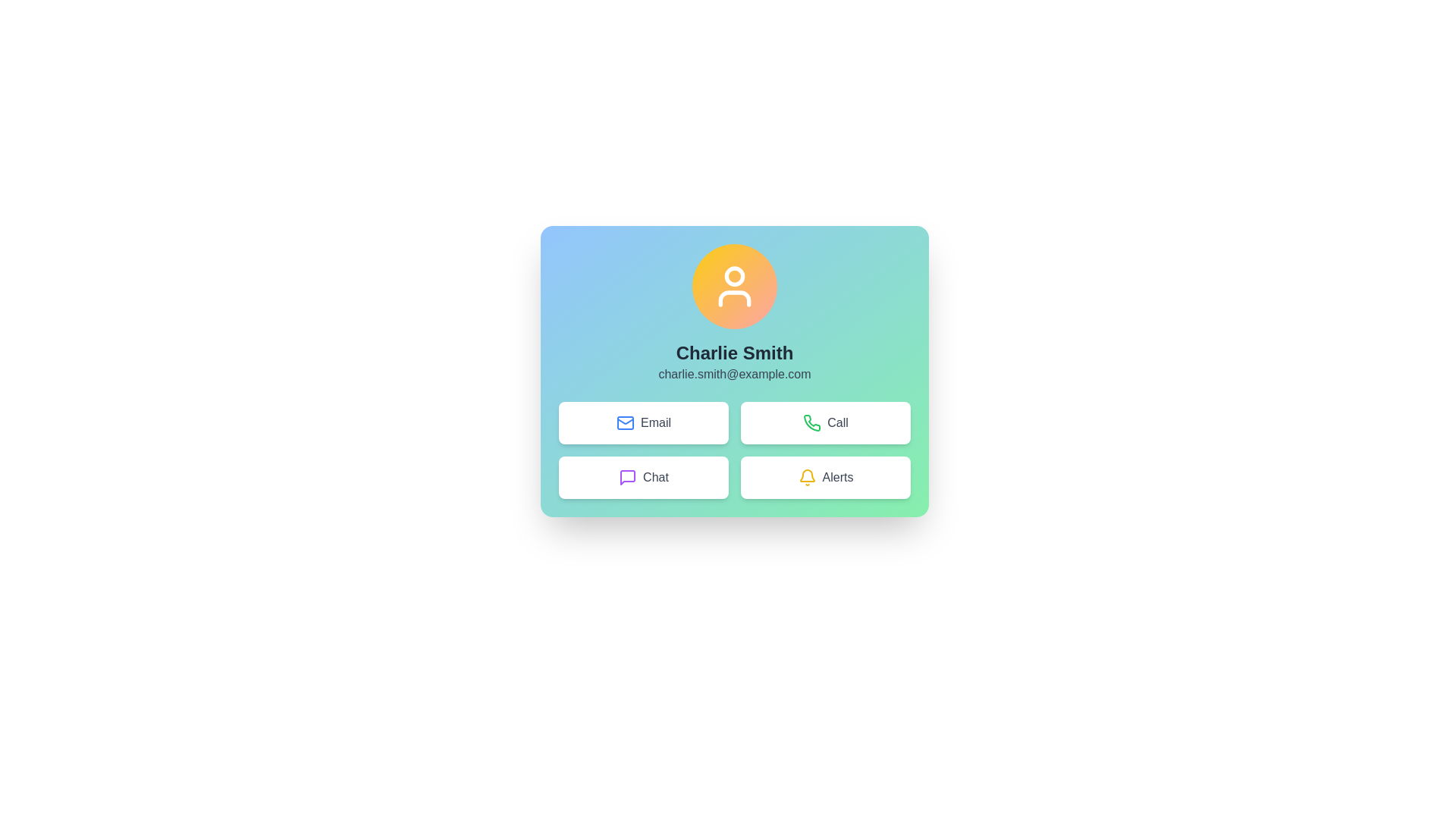 The image size is (1456, 819). What do you see at coordinates (811, 423) in the screenshot?
I see `the visual hint of the phone call functionality indicated by the icon within the 'Call' button located in the upper-right corner of the user information section` at bounding box center [811, 423].